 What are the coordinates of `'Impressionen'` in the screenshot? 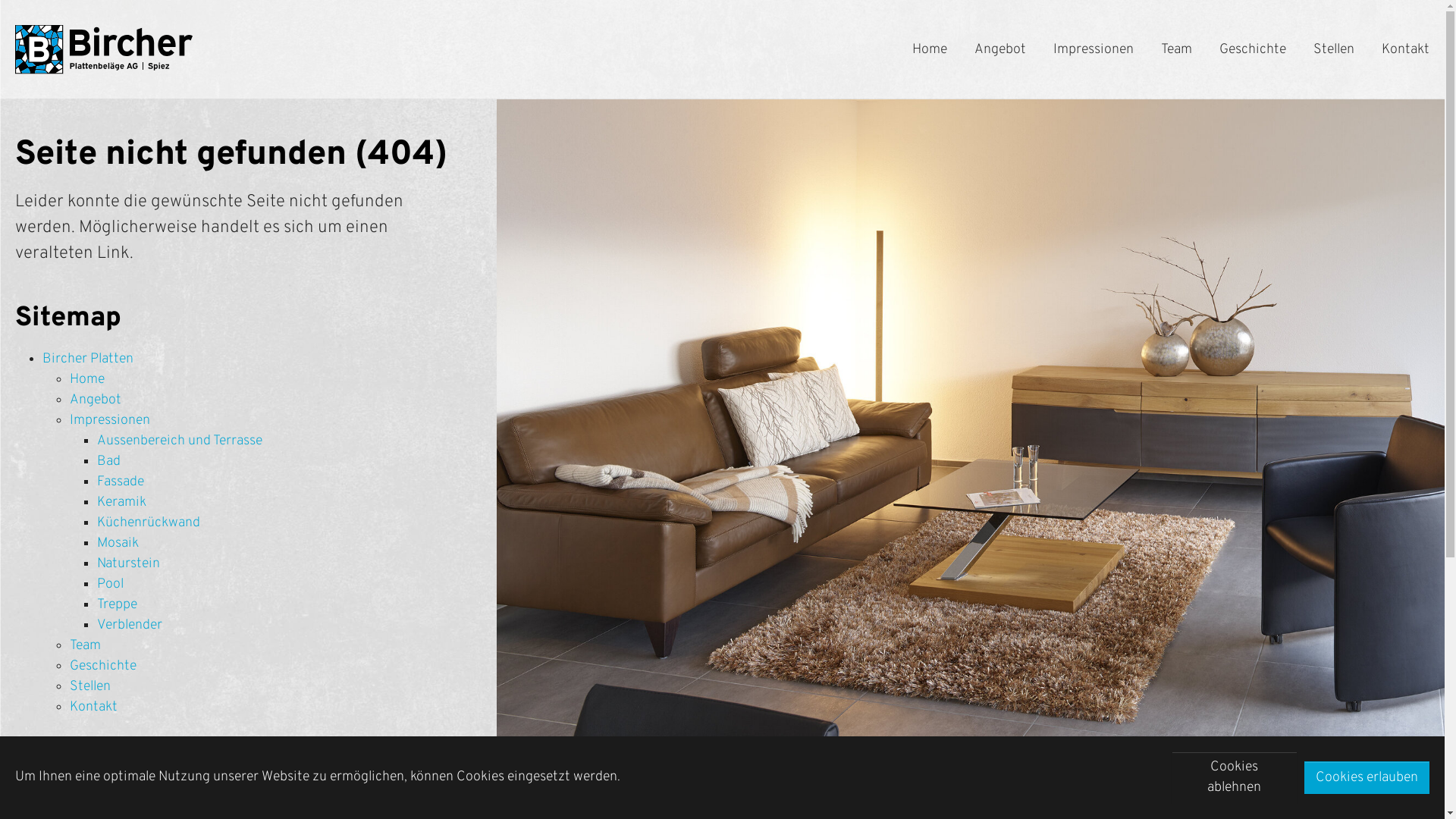 It's located at (68, 420).